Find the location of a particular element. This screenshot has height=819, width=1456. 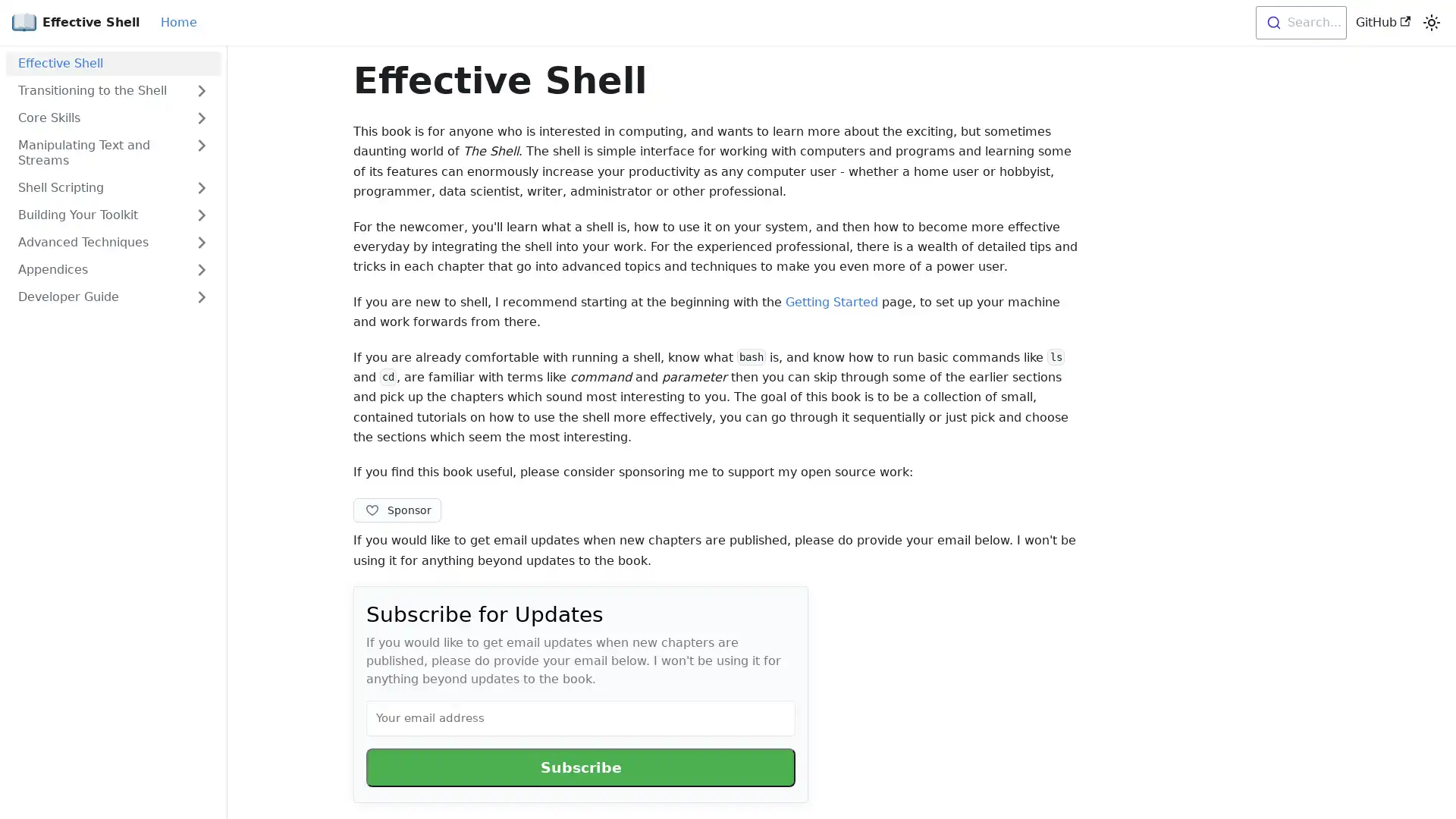

Search... is located at coordinates (1299, 23).